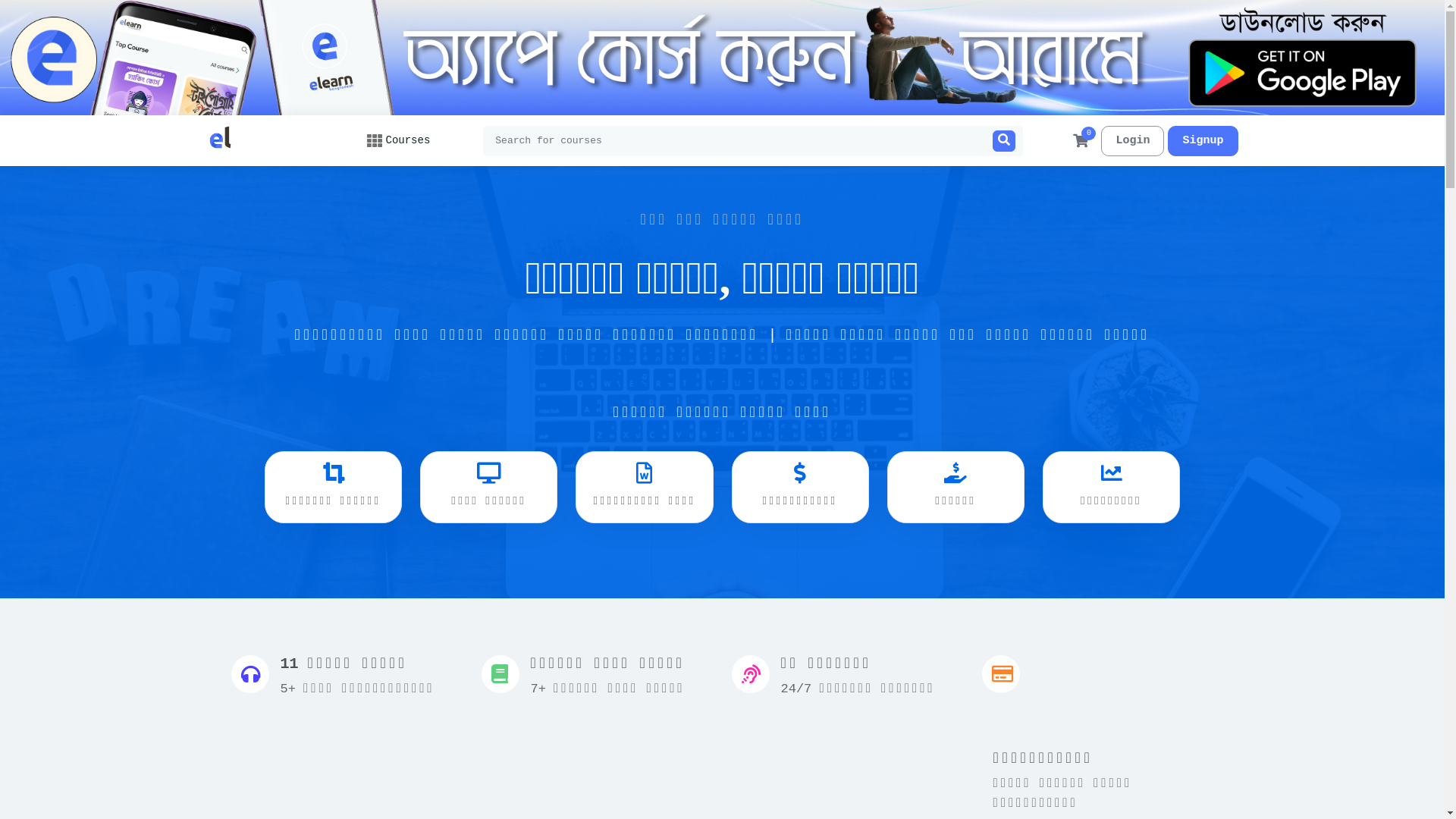 The image size is (1456, 819). Describe the element at coordinates (1201, 140) in the screenshot. I see `'Signup'` at that location.